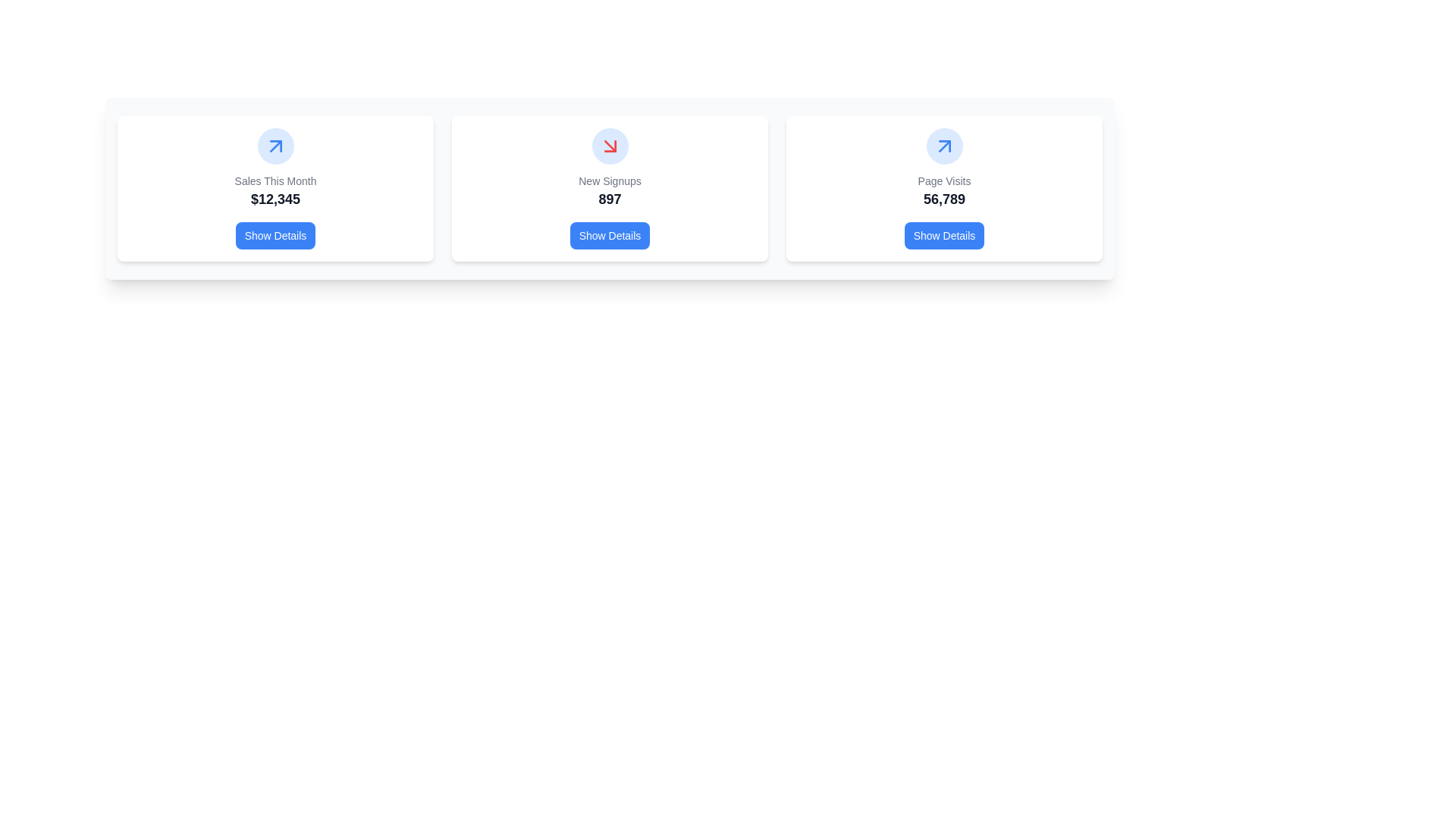 The image size is (1456, 819). I want to click on 'New Signups' label located in the second card of a horizontal row, positioned below a blue circular icon with a downward arrow, so click(610, 180).